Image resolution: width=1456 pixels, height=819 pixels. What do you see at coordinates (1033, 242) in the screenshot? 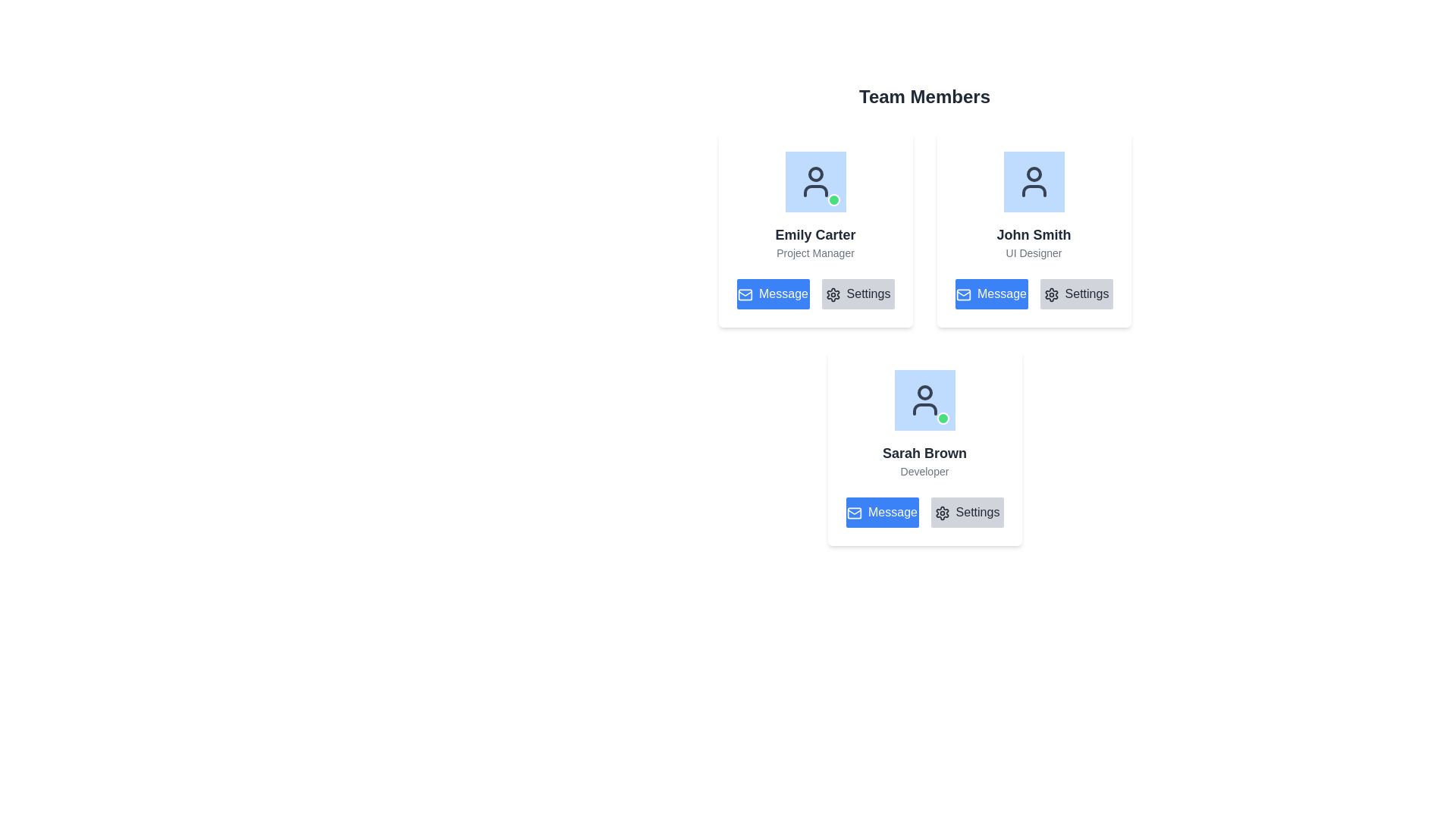
I see `text label that identifies 'John Smith', a UI Designer, located in the card component in the second column of the top row under 'Team Members'` at bounding box center [1033, 242].